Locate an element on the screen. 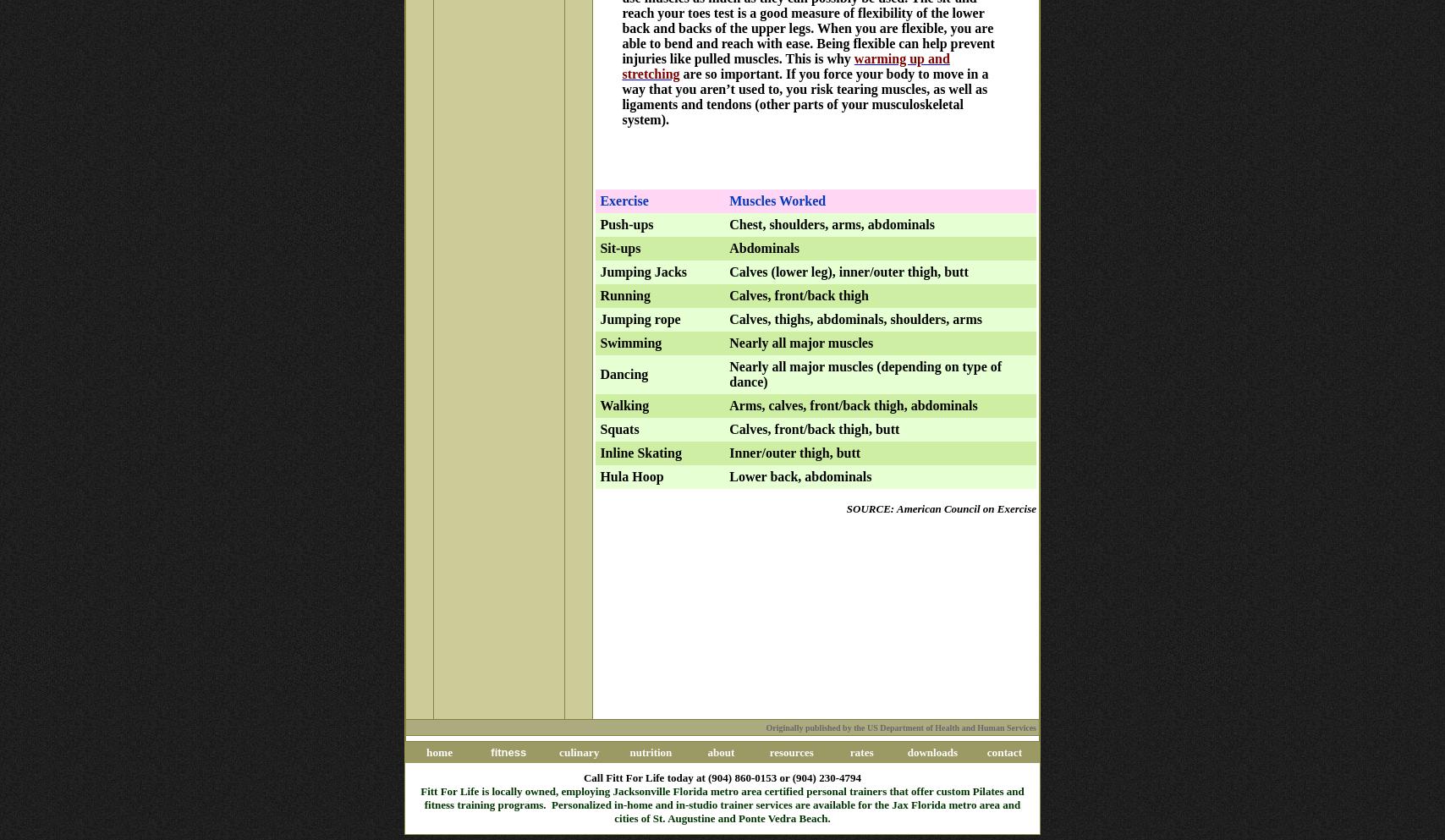  'about' is located at coordinates (720, 751).